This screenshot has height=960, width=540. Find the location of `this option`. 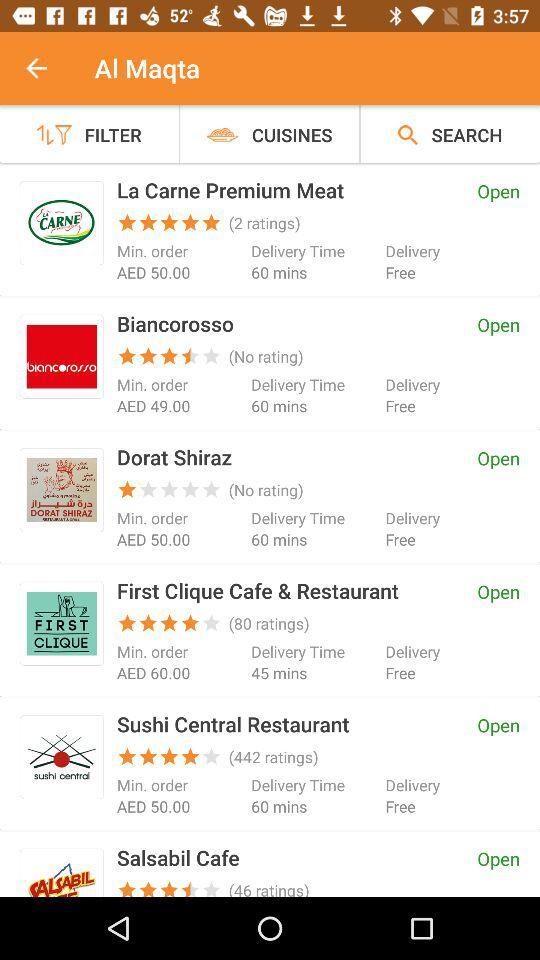

this option is located at coordinates (61, 622).